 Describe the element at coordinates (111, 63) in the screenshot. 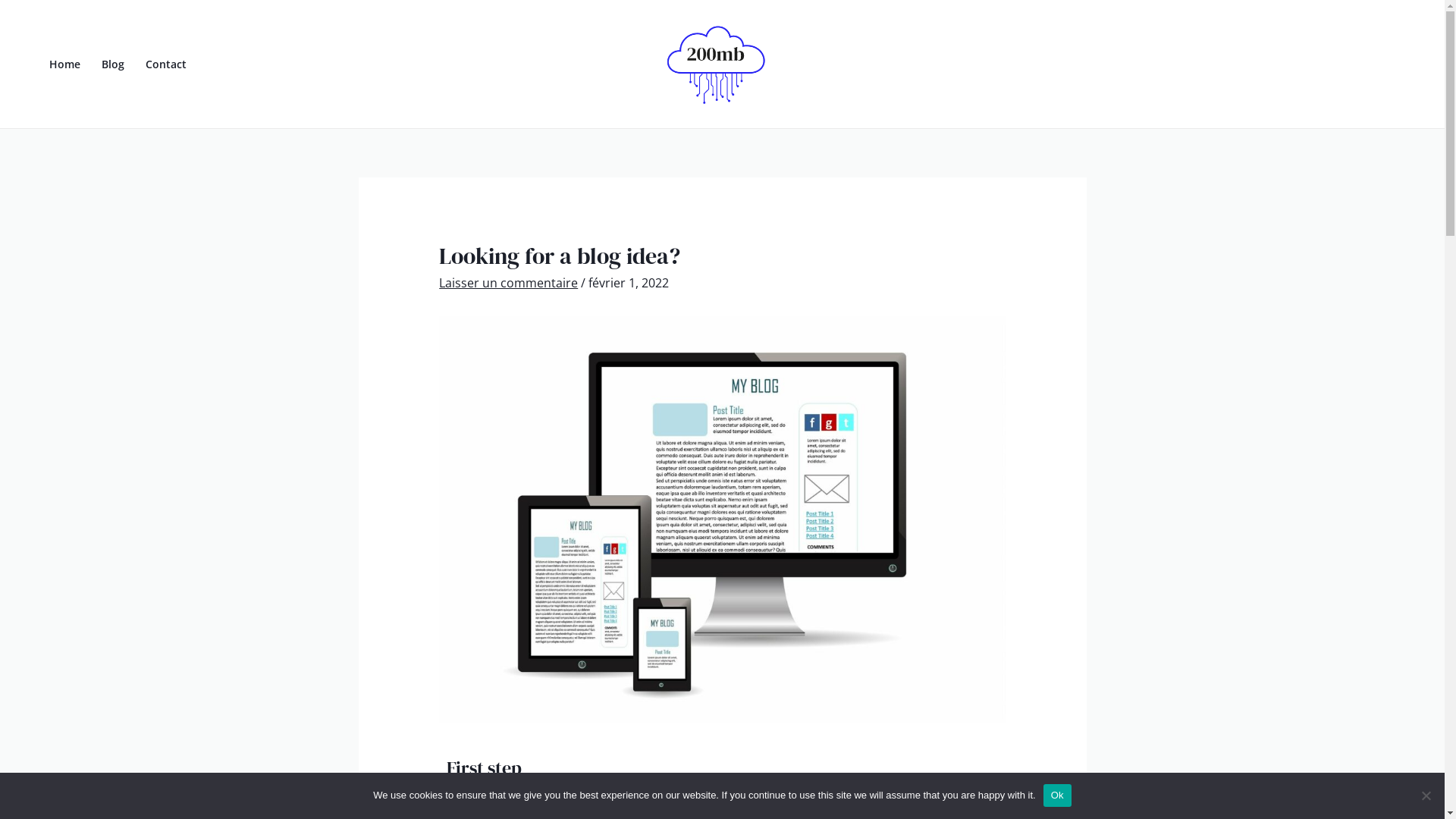

I see `'Blog'` at that location.